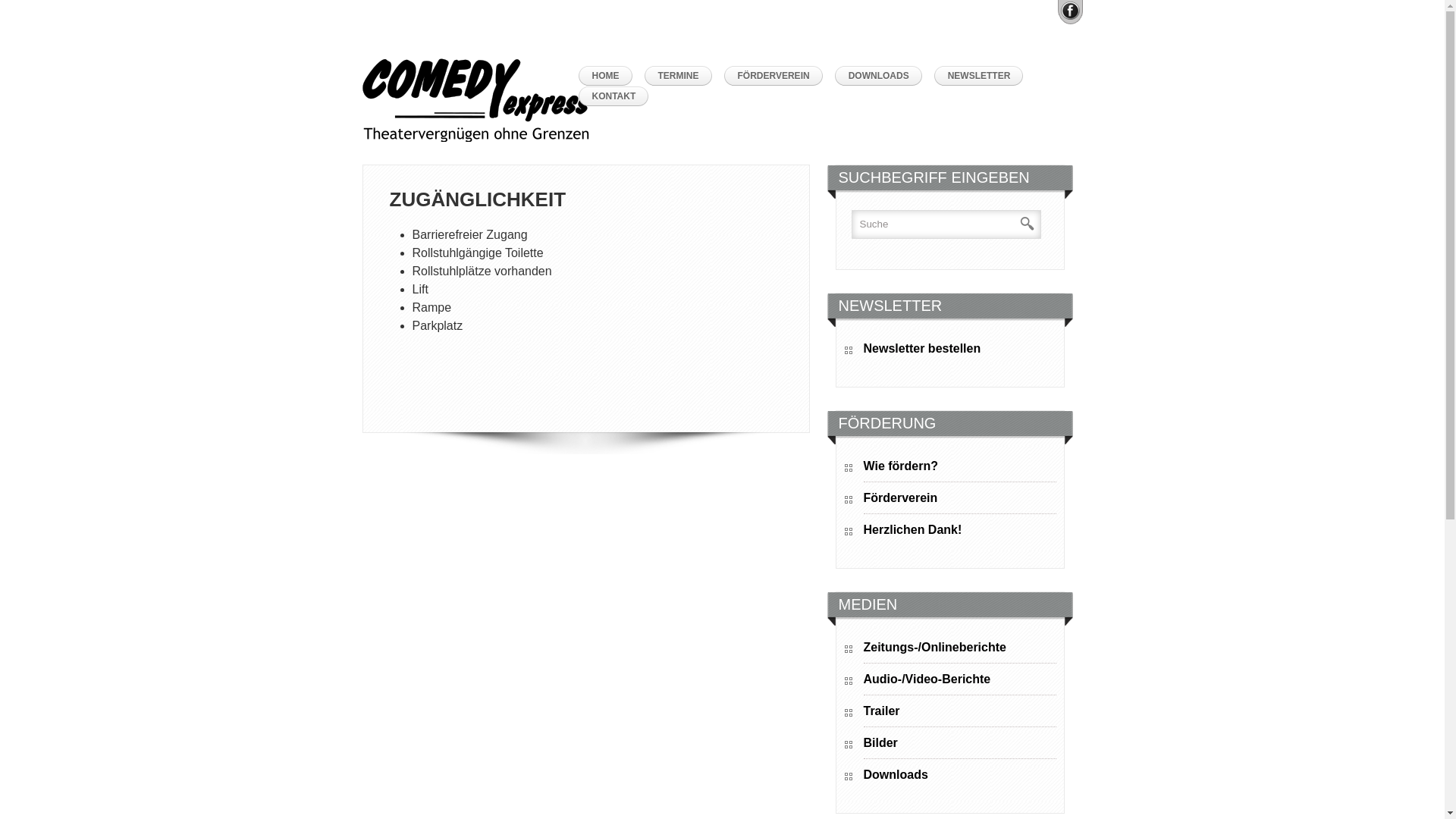  I want to click on 'Herzlichen Dank!', so click(862, 532).